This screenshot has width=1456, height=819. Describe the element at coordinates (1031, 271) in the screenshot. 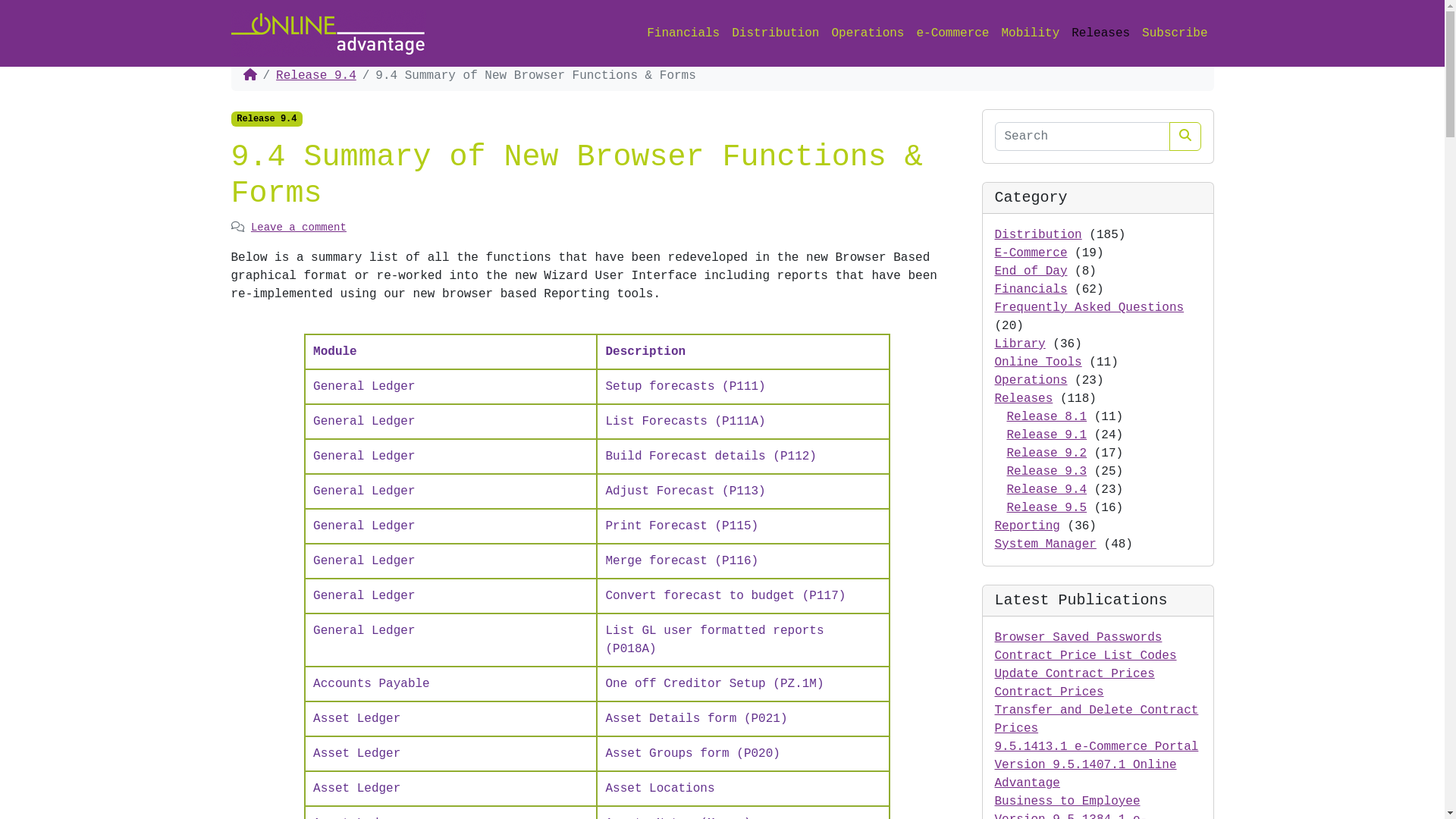

I see `'End of Day'` at that location.